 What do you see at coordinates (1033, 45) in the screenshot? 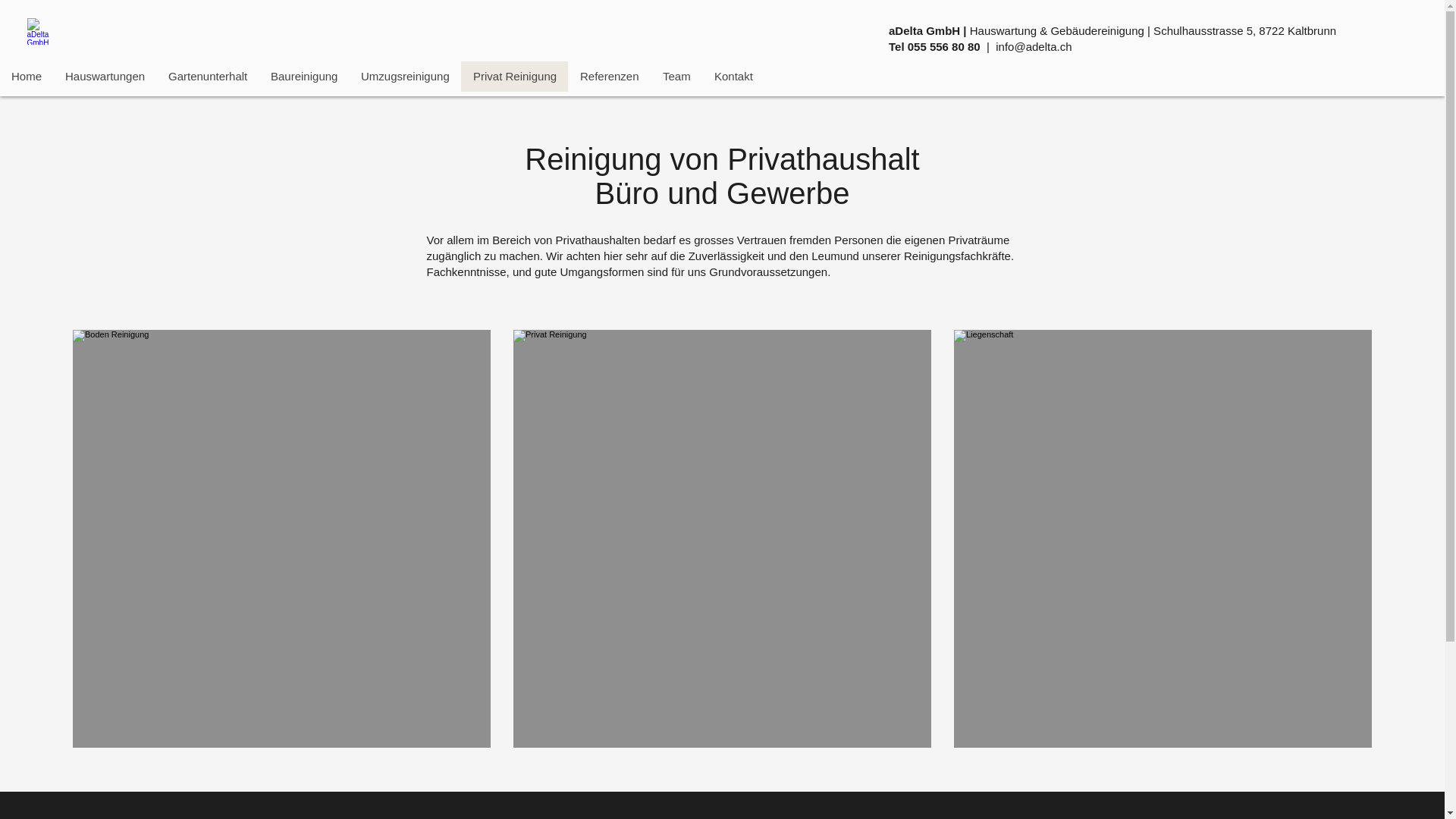
I see `'info@adelta.ch'` at bounding box center [1033, 45].